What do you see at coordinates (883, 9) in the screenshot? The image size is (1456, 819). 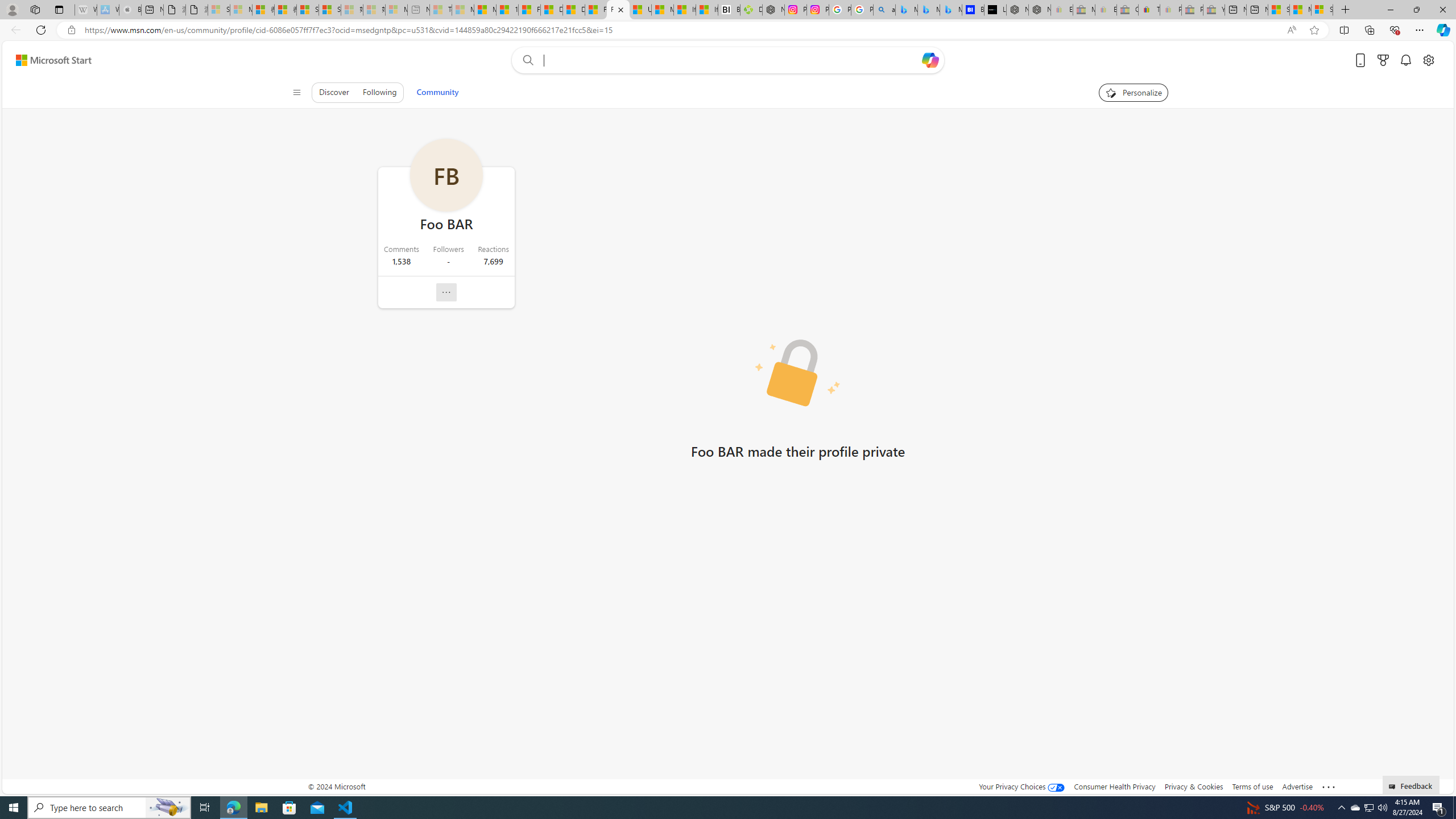 I see `'alabama high school quarterback dies - Search'` at bounding box center [883, 9].